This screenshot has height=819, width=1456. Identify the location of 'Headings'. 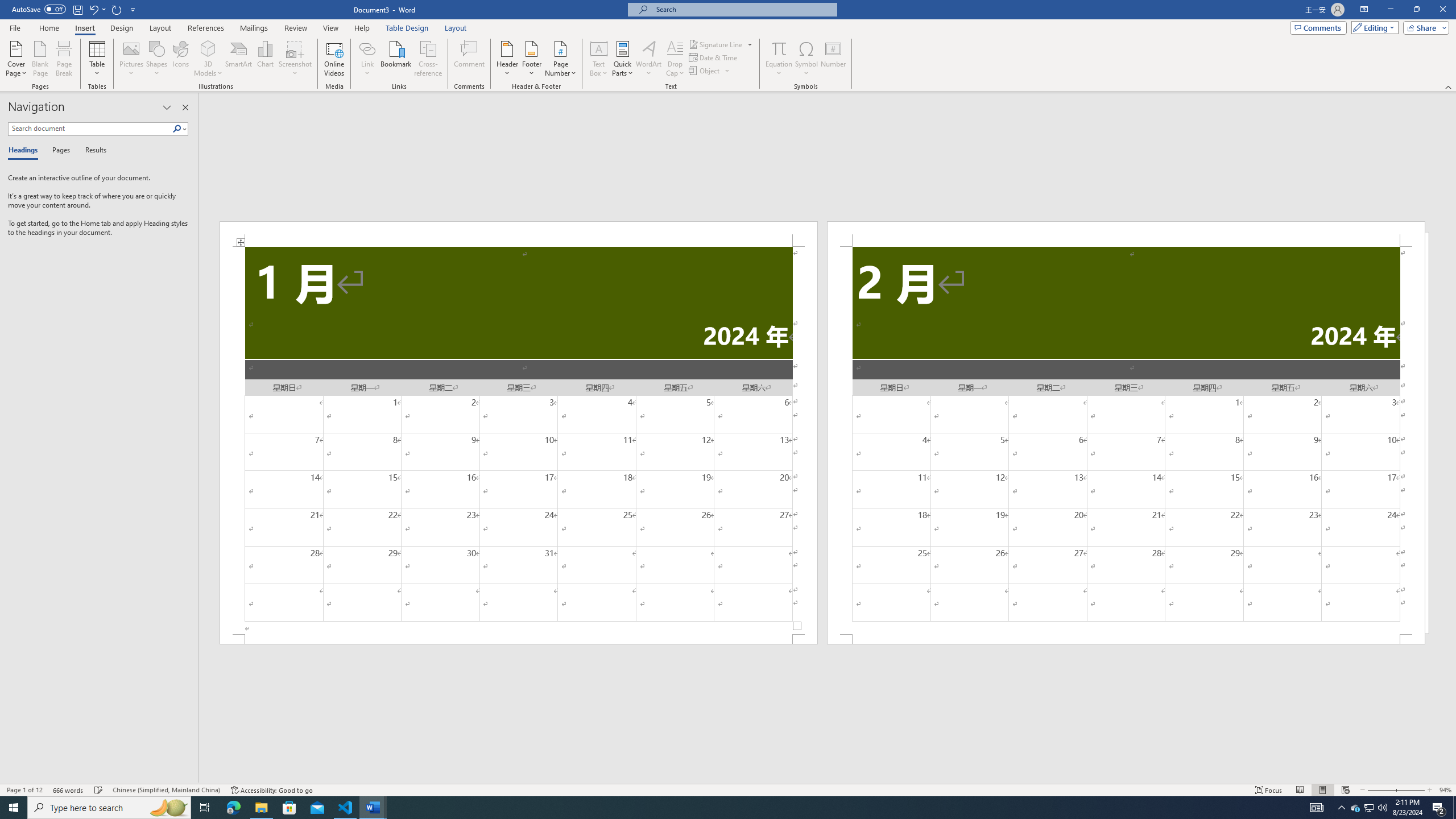
(25, 150).